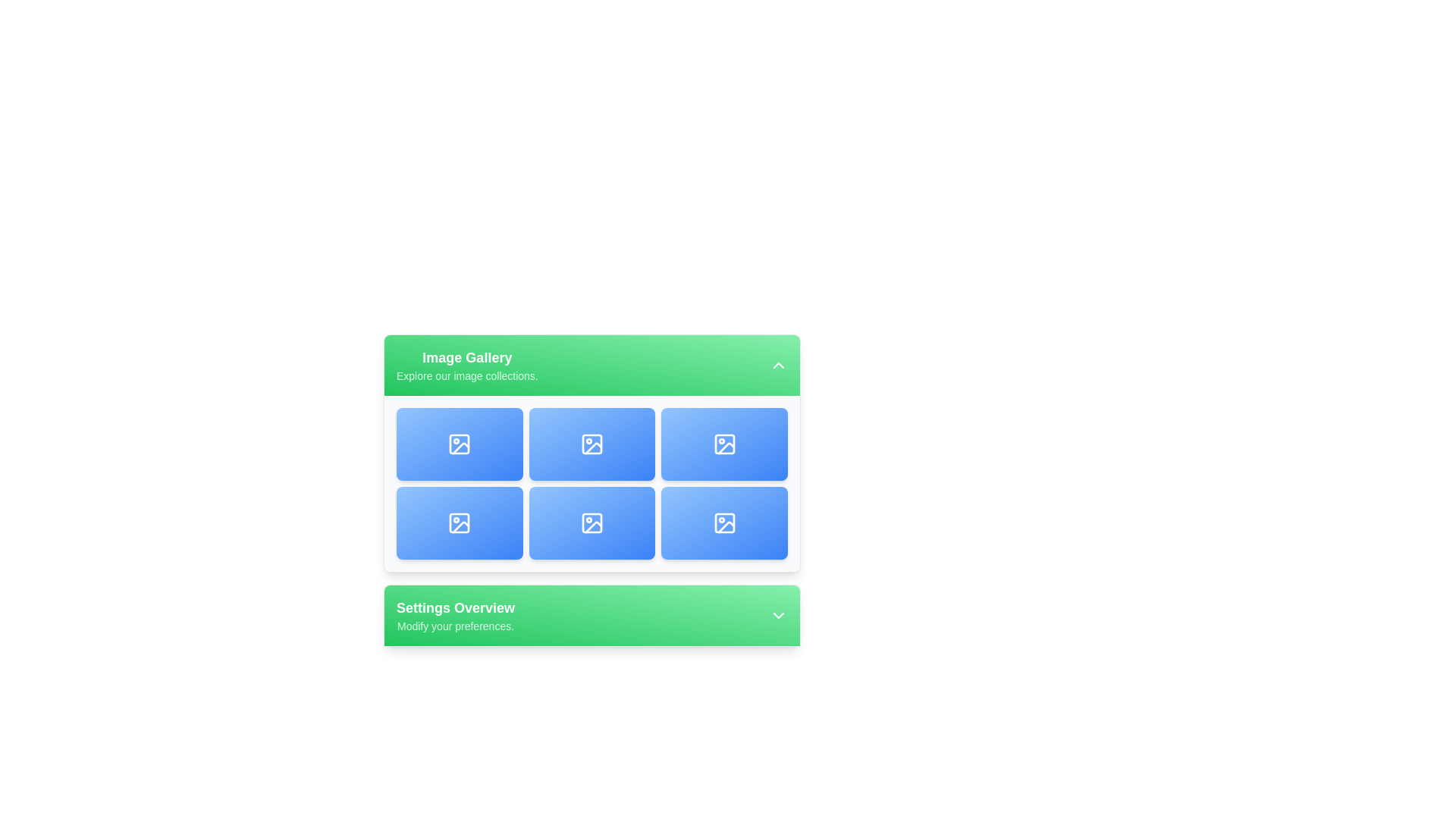 The image size is (1456, 819). I want to click on the small, rounded rectangle located in the top-left corner of the image icon within the 'Image Gallery' section, so click(723, 444).